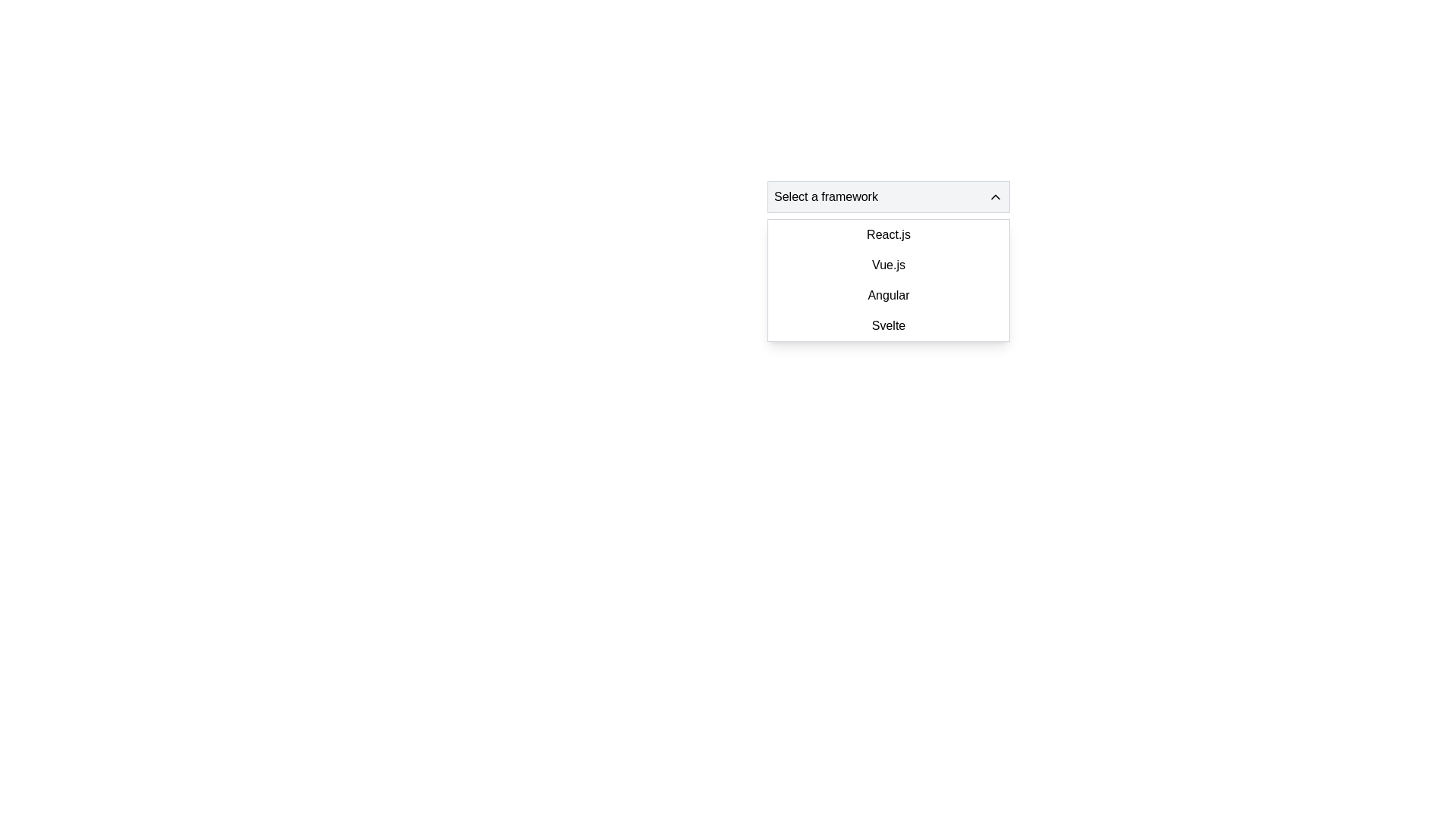 This screenshot has width=1456, height=819. I want to click on the text label displaying 'React.js', so click(888, 234).